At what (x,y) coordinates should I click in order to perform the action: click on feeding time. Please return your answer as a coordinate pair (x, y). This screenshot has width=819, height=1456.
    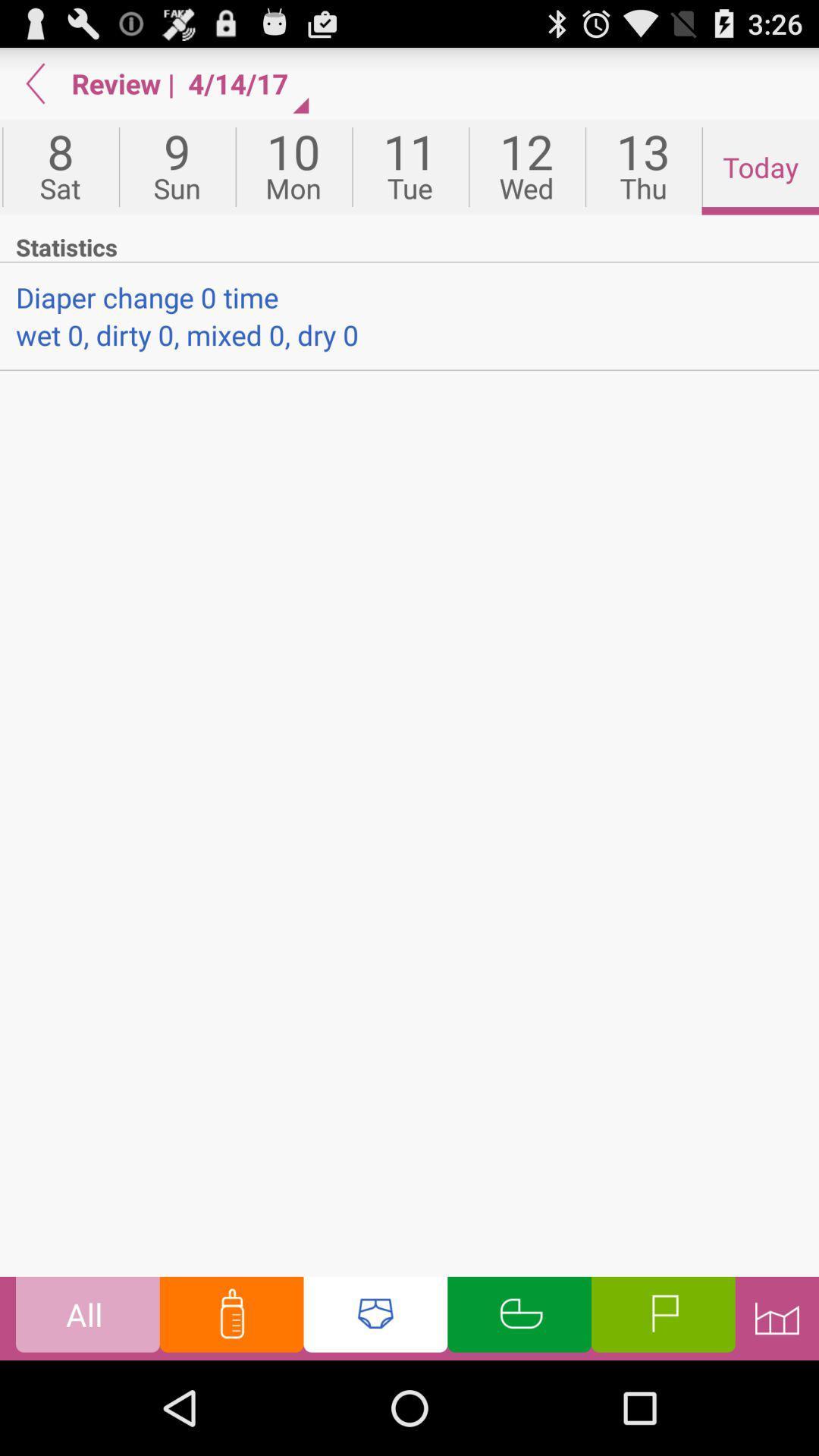
    Looking at the image, I should click on (231, 1317).